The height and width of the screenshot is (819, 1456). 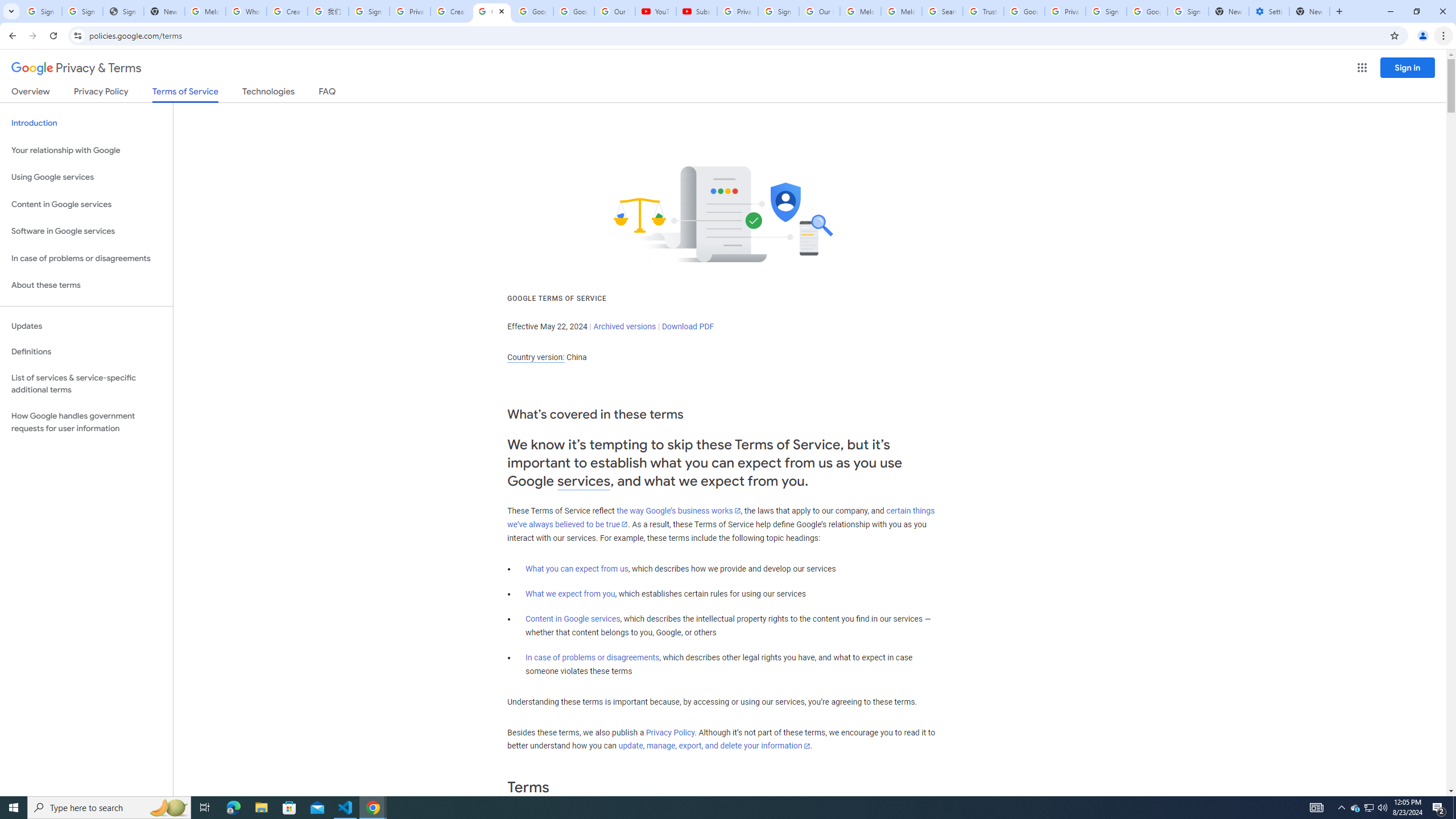 I want to click on 'FAQ', so click(x=327, y=93).